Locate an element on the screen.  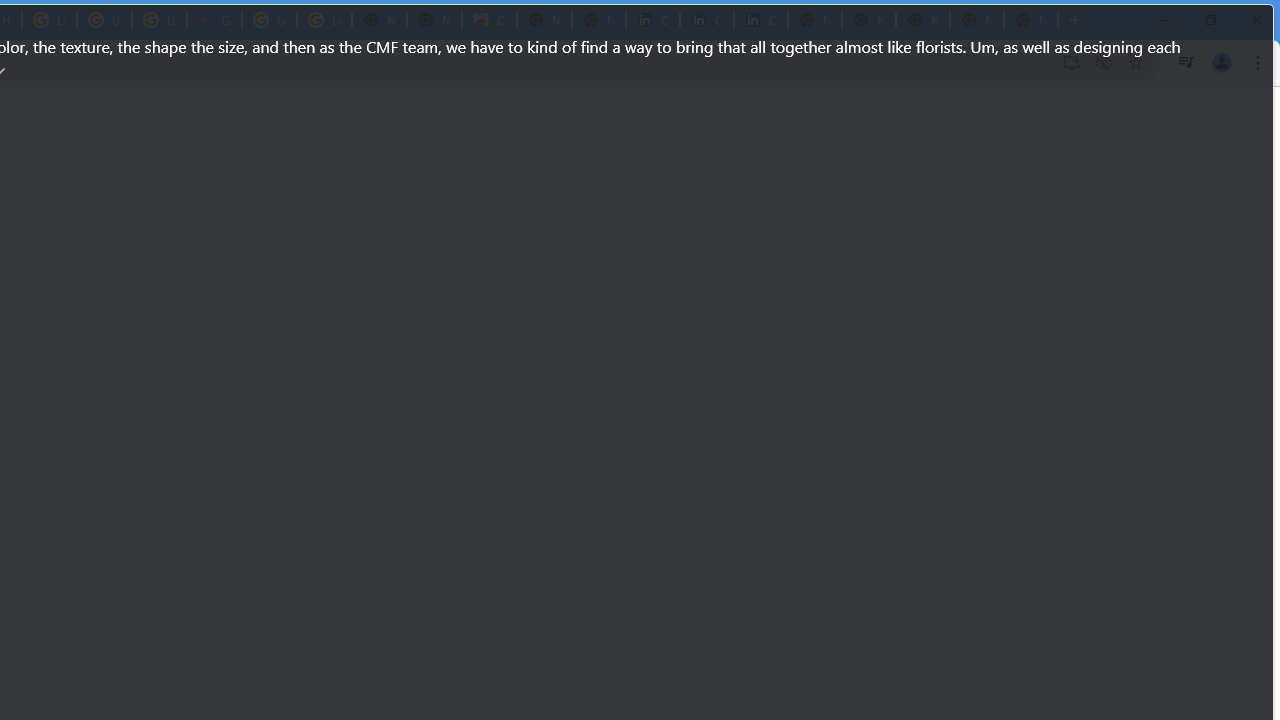
'New Tab' is located at coordinates (1031, 20).